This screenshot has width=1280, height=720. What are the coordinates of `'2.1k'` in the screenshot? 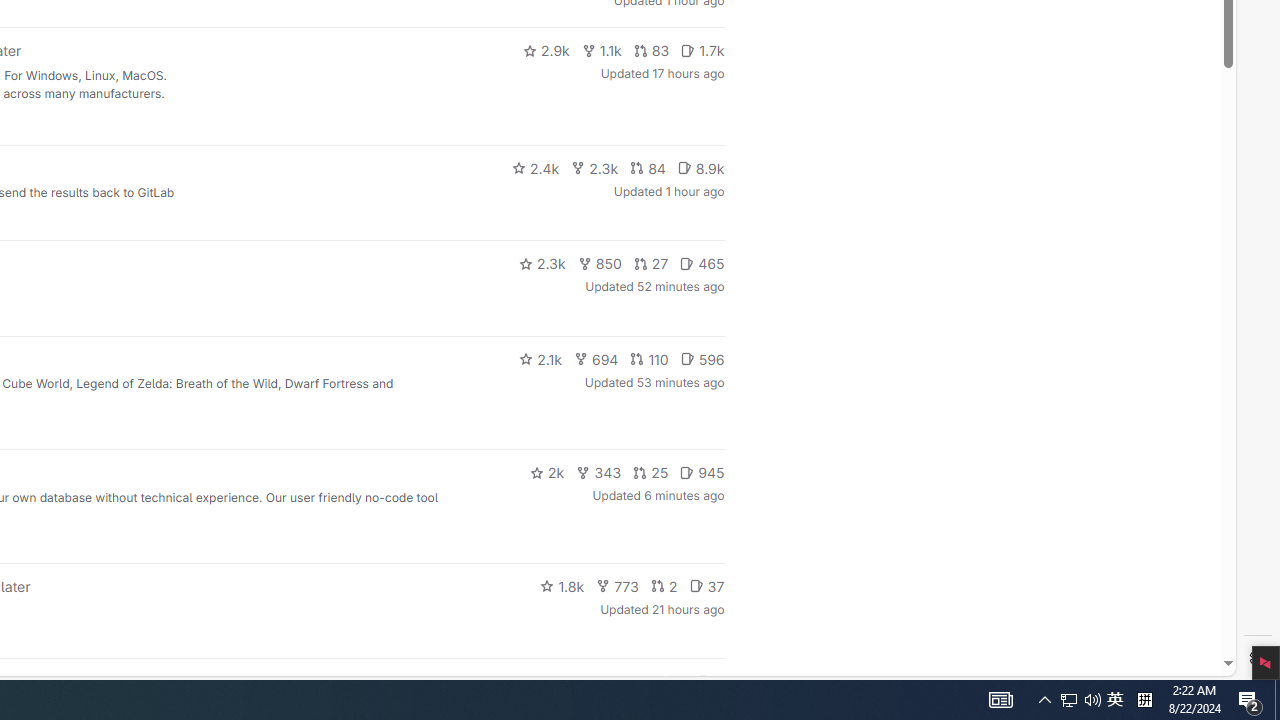 It's located at (540, 357).